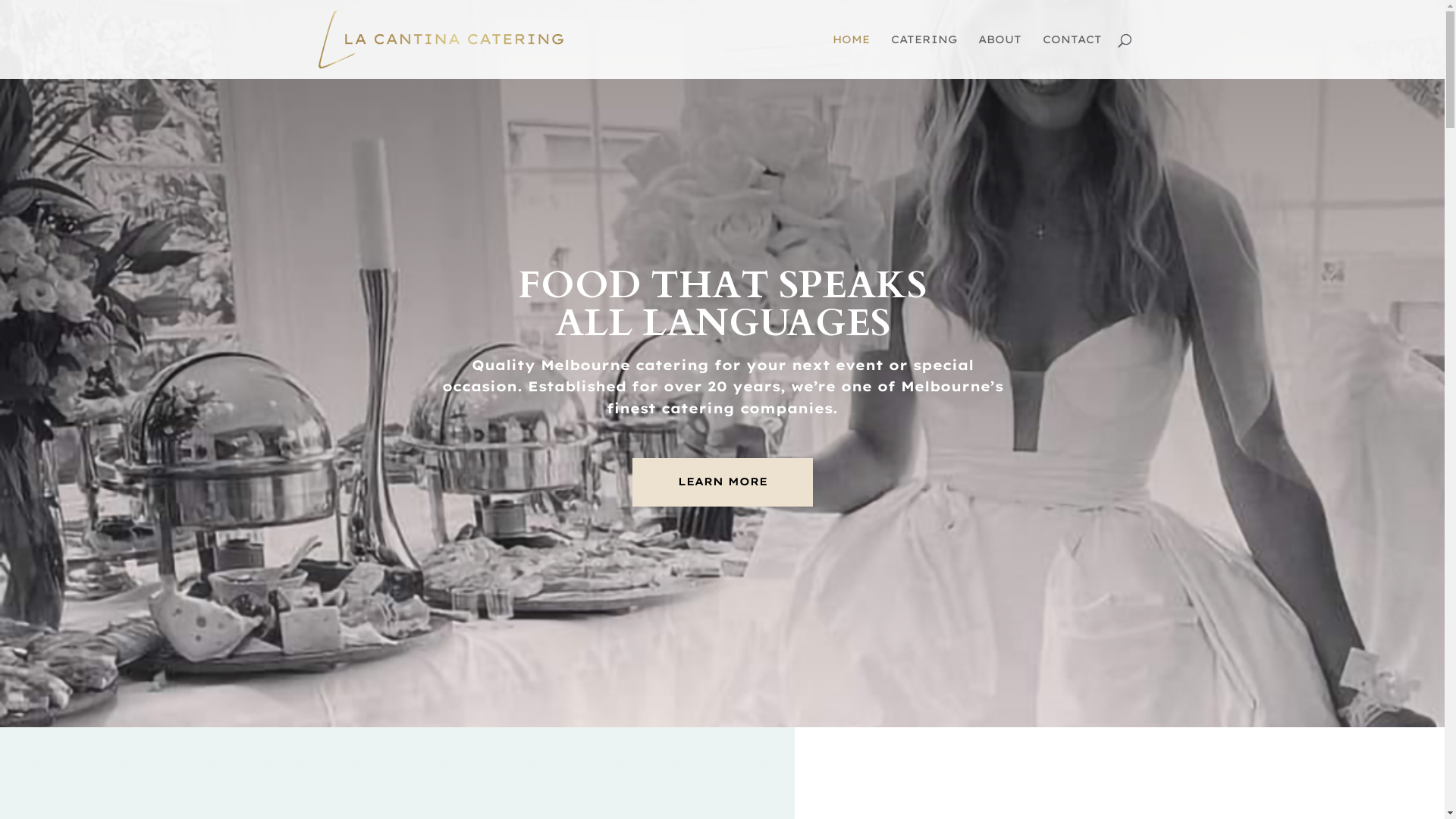  Describe the element at coordinates (999, 55) in the screenshot. I see `'ABOUT'` at that location.